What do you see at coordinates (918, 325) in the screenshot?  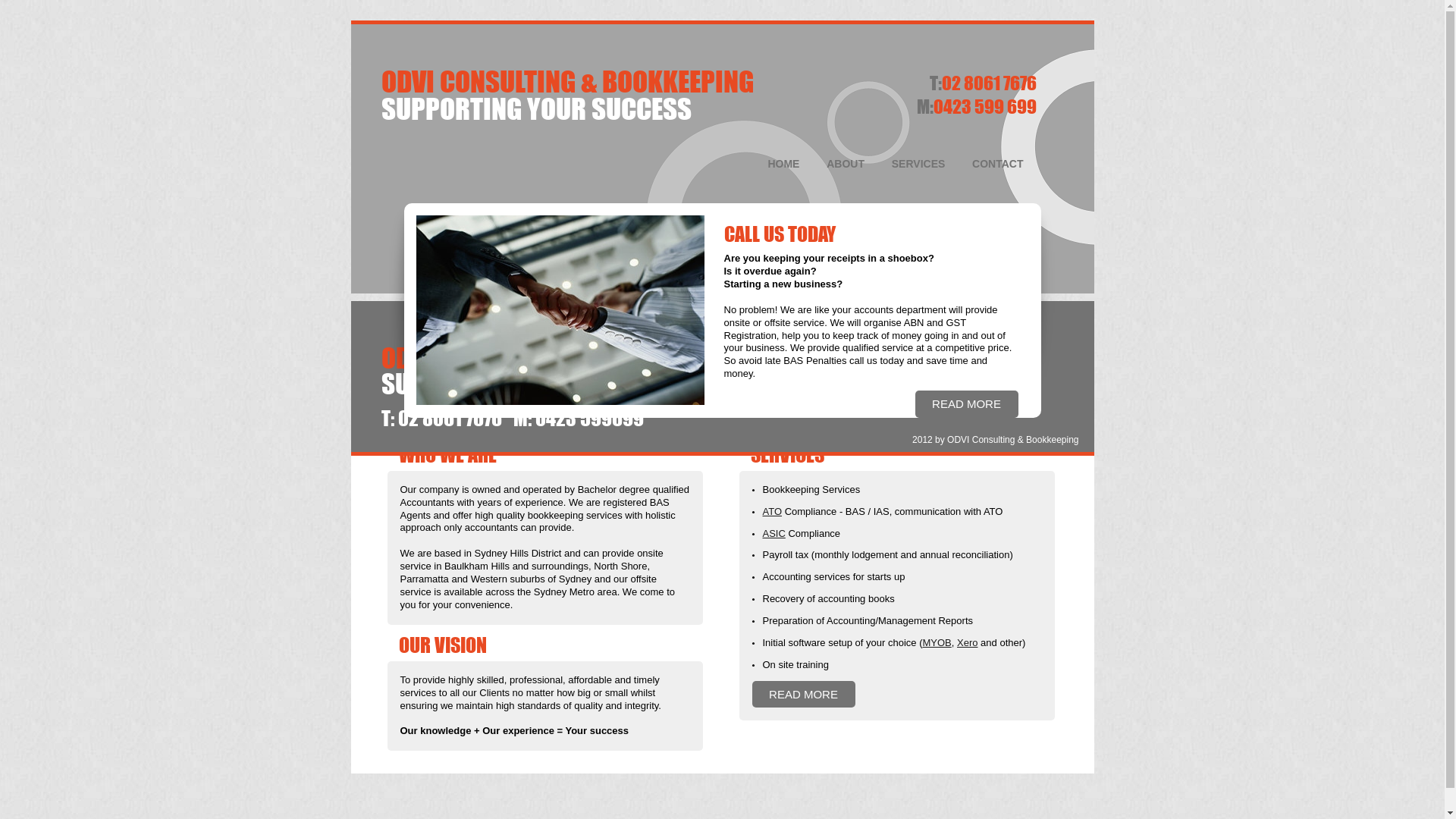 I see `'SERVICES'` at bounding box center [918, 325].